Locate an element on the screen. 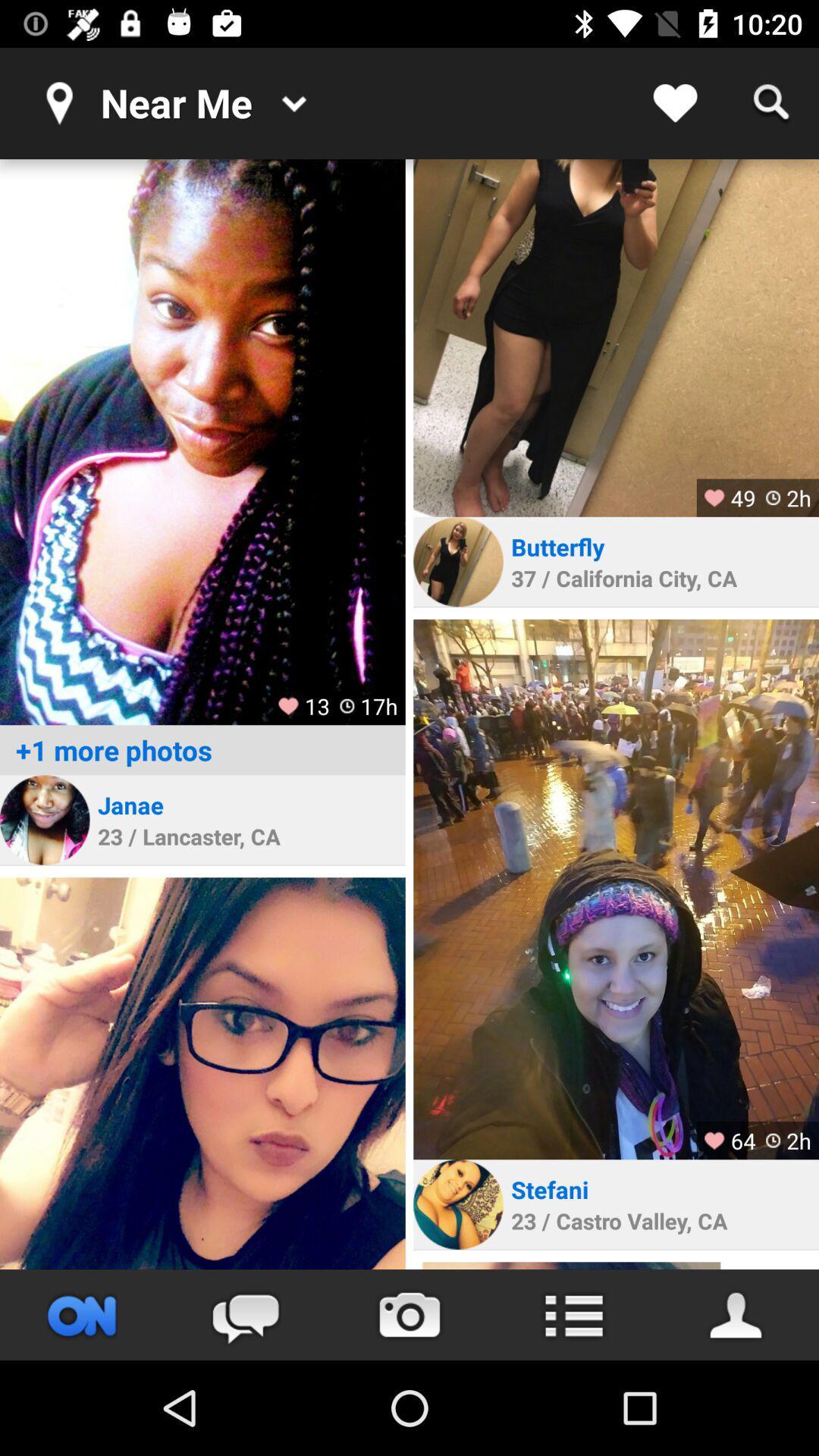 The image size is (819, 1456). photo is located at coordinates (616, 889).